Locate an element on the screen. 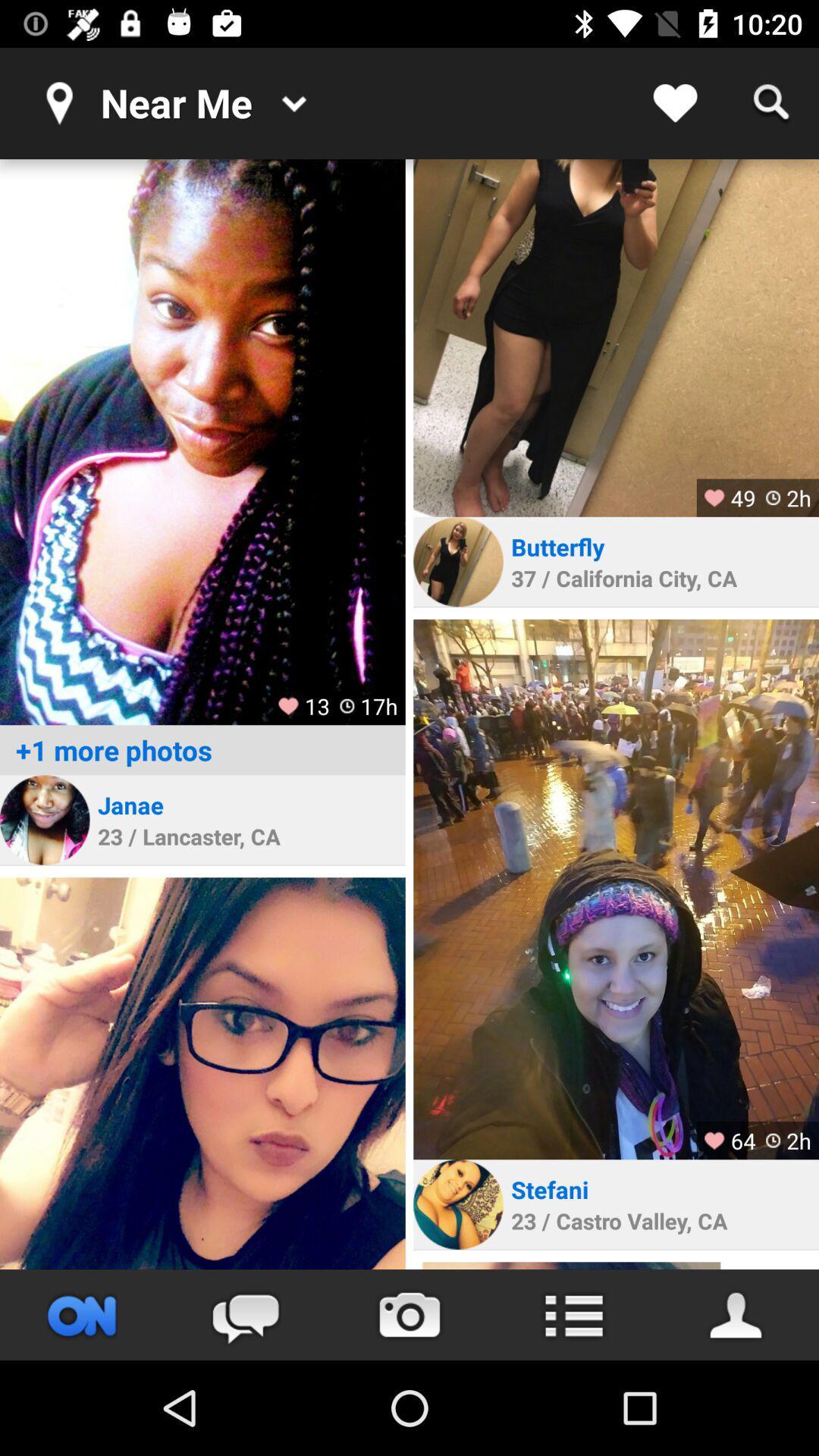 The image size is (819, 1456). photo is located at coordinates (616, 889).